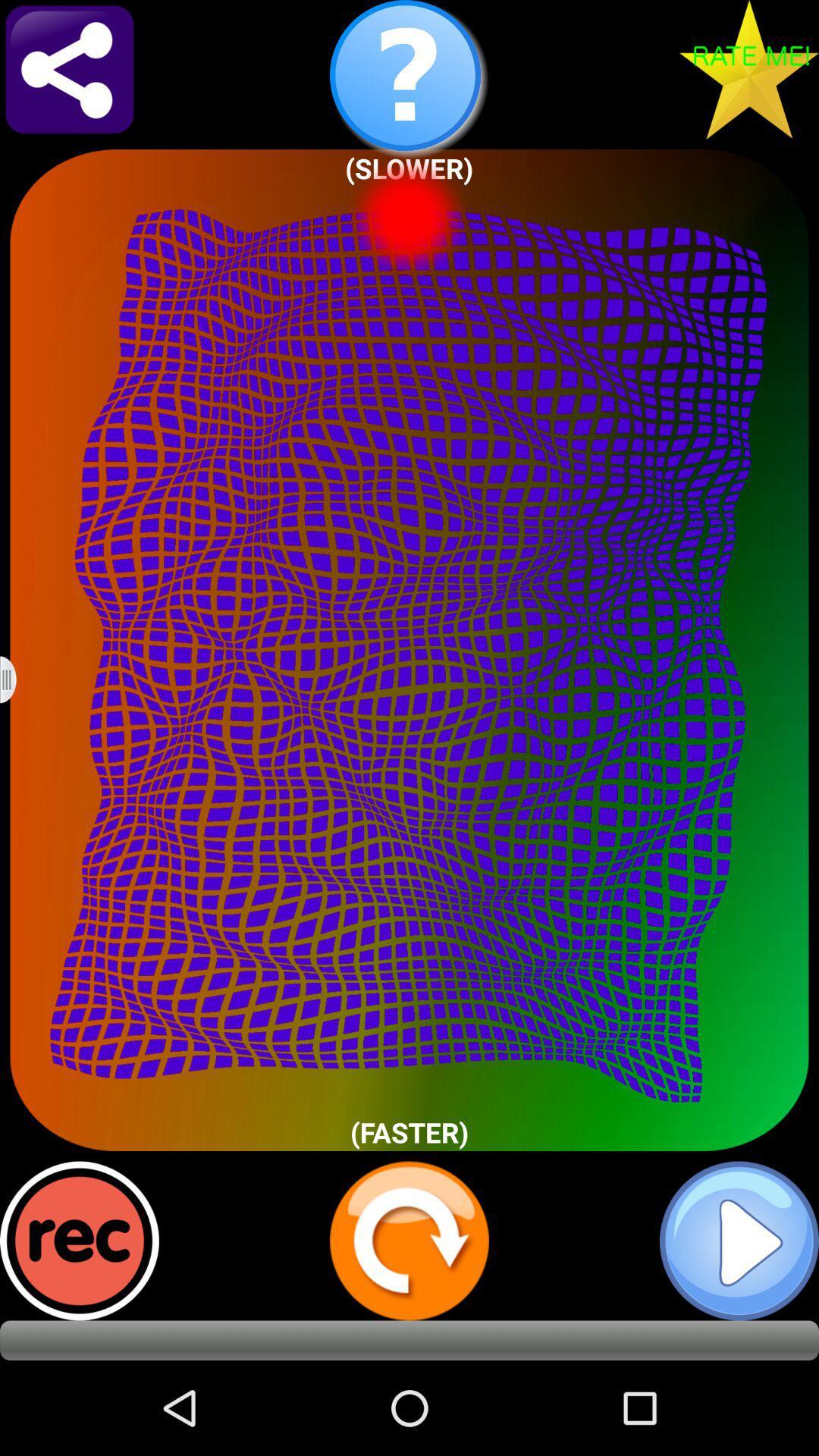 The height and width of the screenshot is (1456, 819). Describe the element at coordinates (748, 68) in the screenshot. I see `rate` at that location.